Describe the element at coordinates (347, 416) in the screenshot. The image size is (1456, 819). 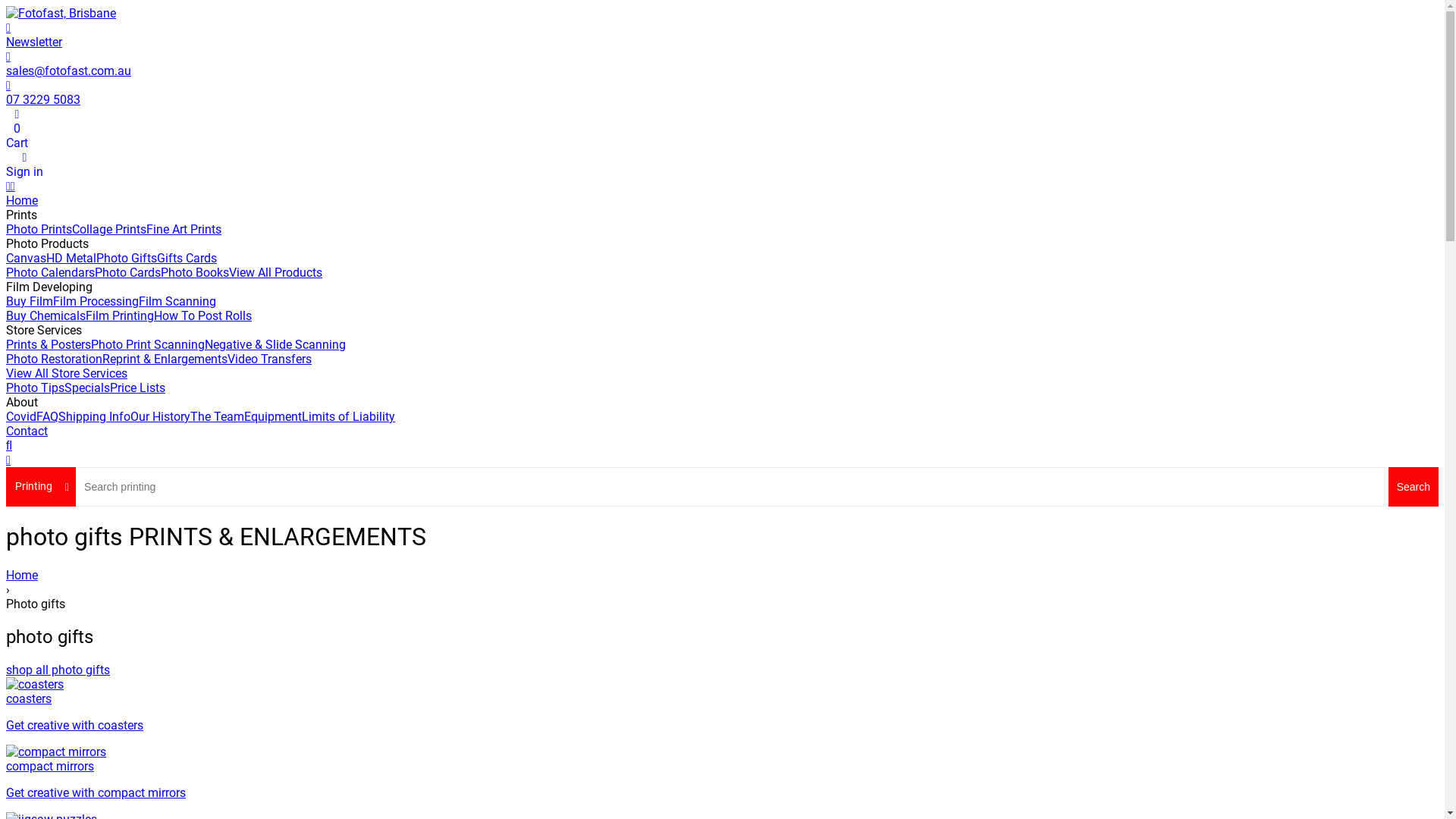
I see `'Limits of Liability'` at that location.